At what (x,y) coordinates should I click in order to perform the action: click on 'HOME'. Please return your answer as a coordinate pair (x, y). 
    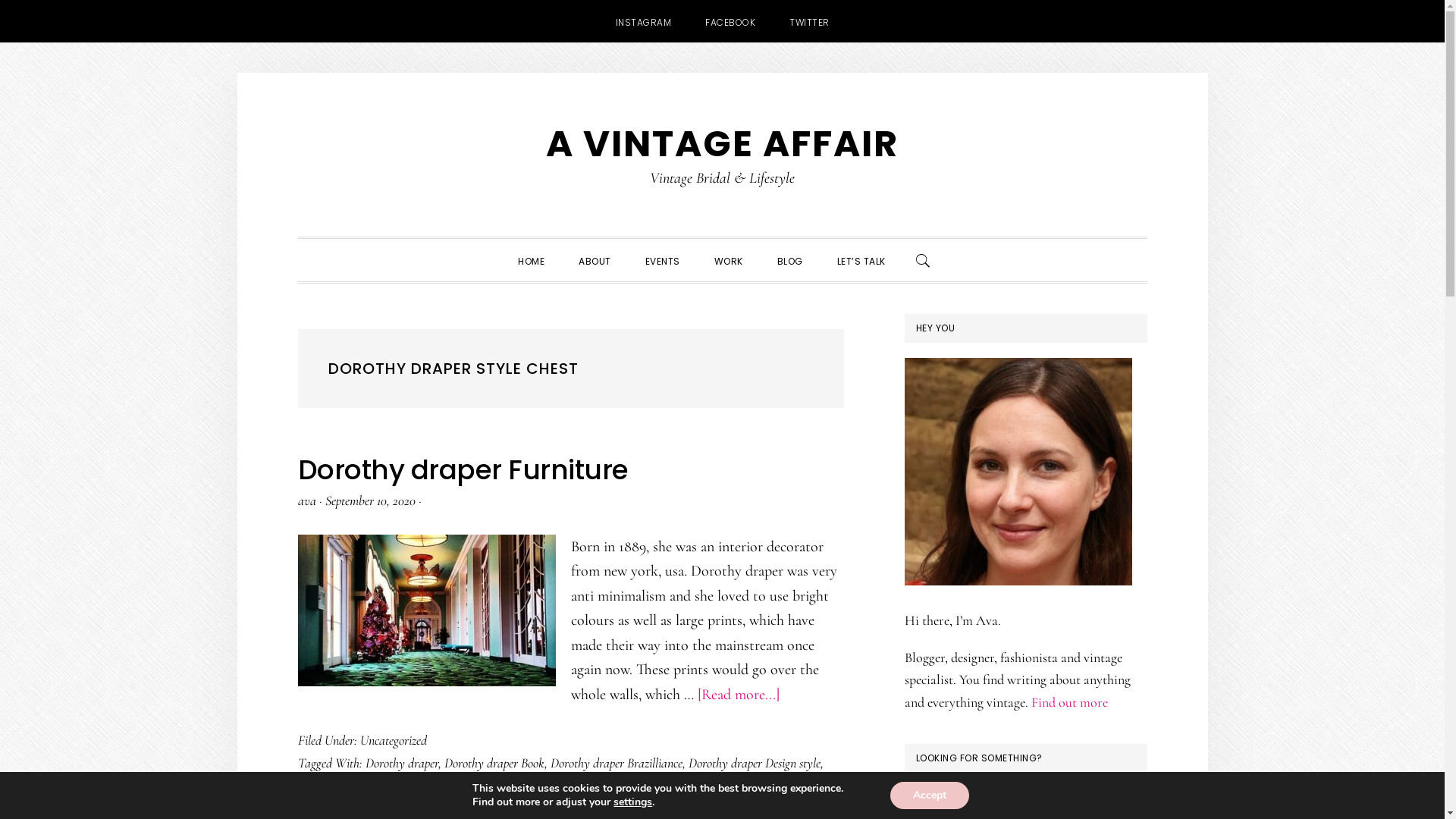
    Looking at the image, I should click on (531, 259).